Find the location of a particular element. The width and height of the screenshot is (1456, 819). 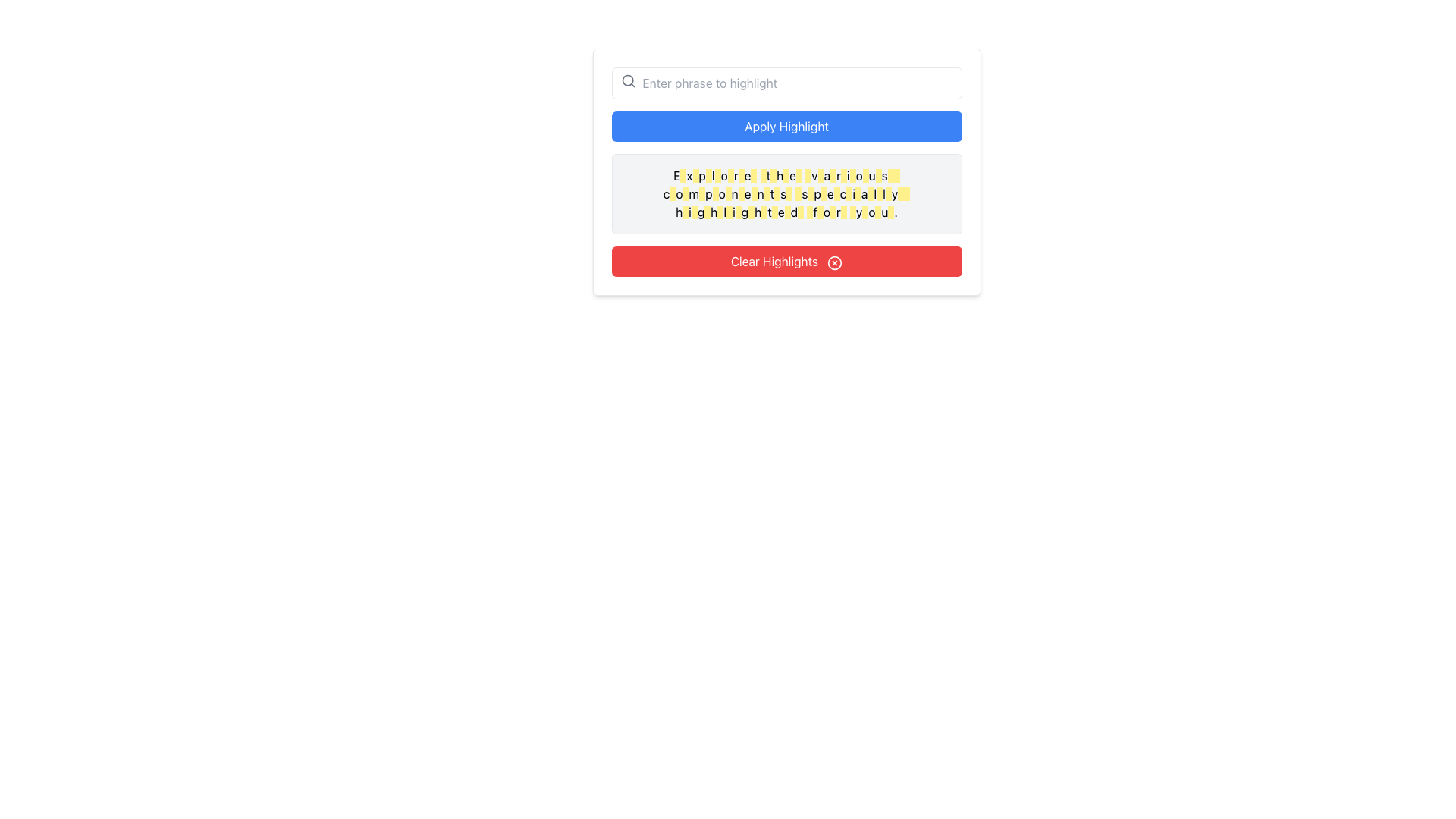

the highlighted mark or indicator within the group that emphasizes features, located near the bottom-right edge of the group containing the text 'Explore the various components specially highlighted for you.' is located at coordinates (836, 193).